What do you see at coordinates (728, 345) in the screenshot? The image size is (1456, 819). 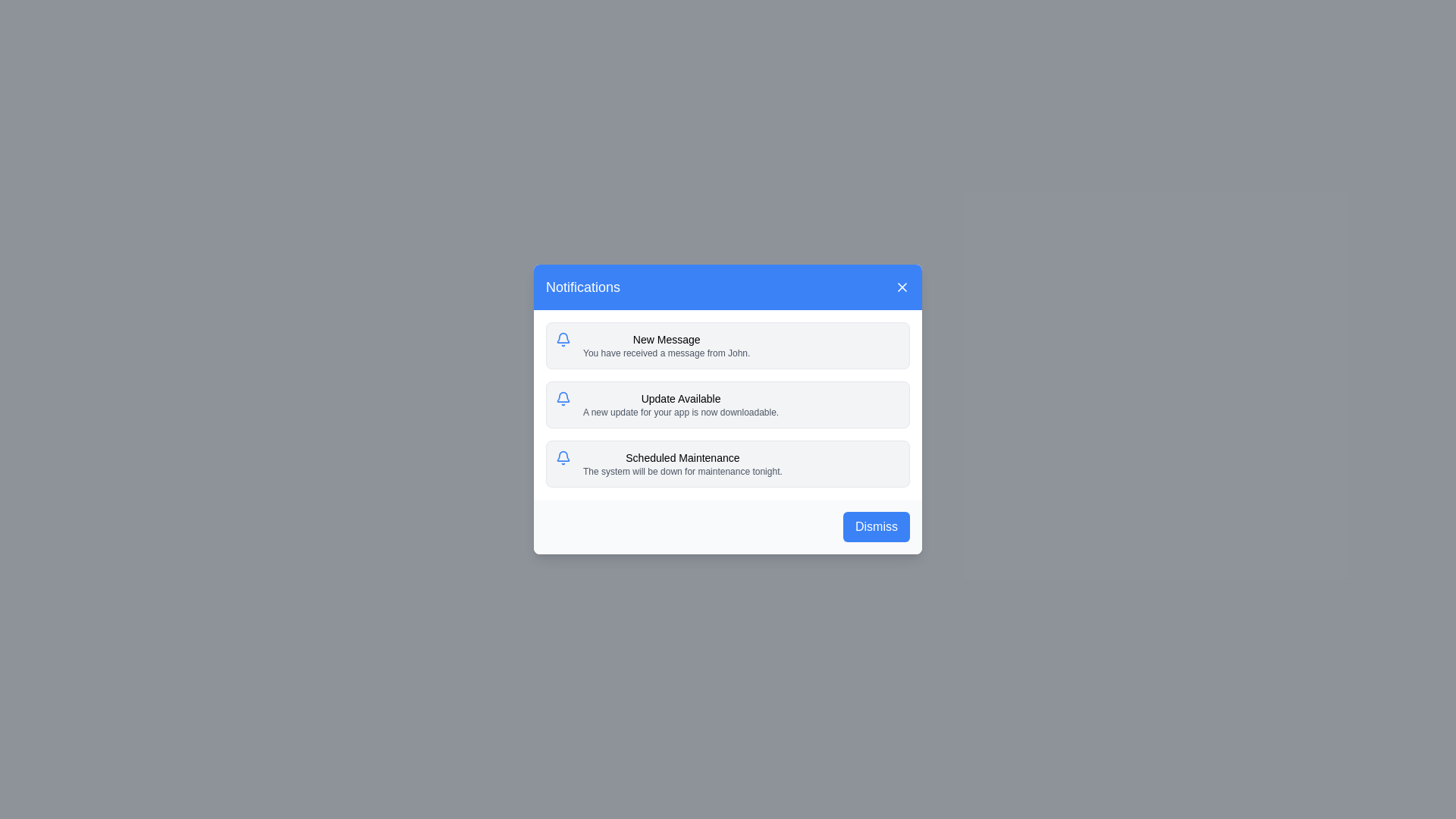 I see `the Notification card displaying a blue bell icon and the text 'New Message' at the top, which is the topmost card in the Notifications modal` at bounding box center [728, 345].